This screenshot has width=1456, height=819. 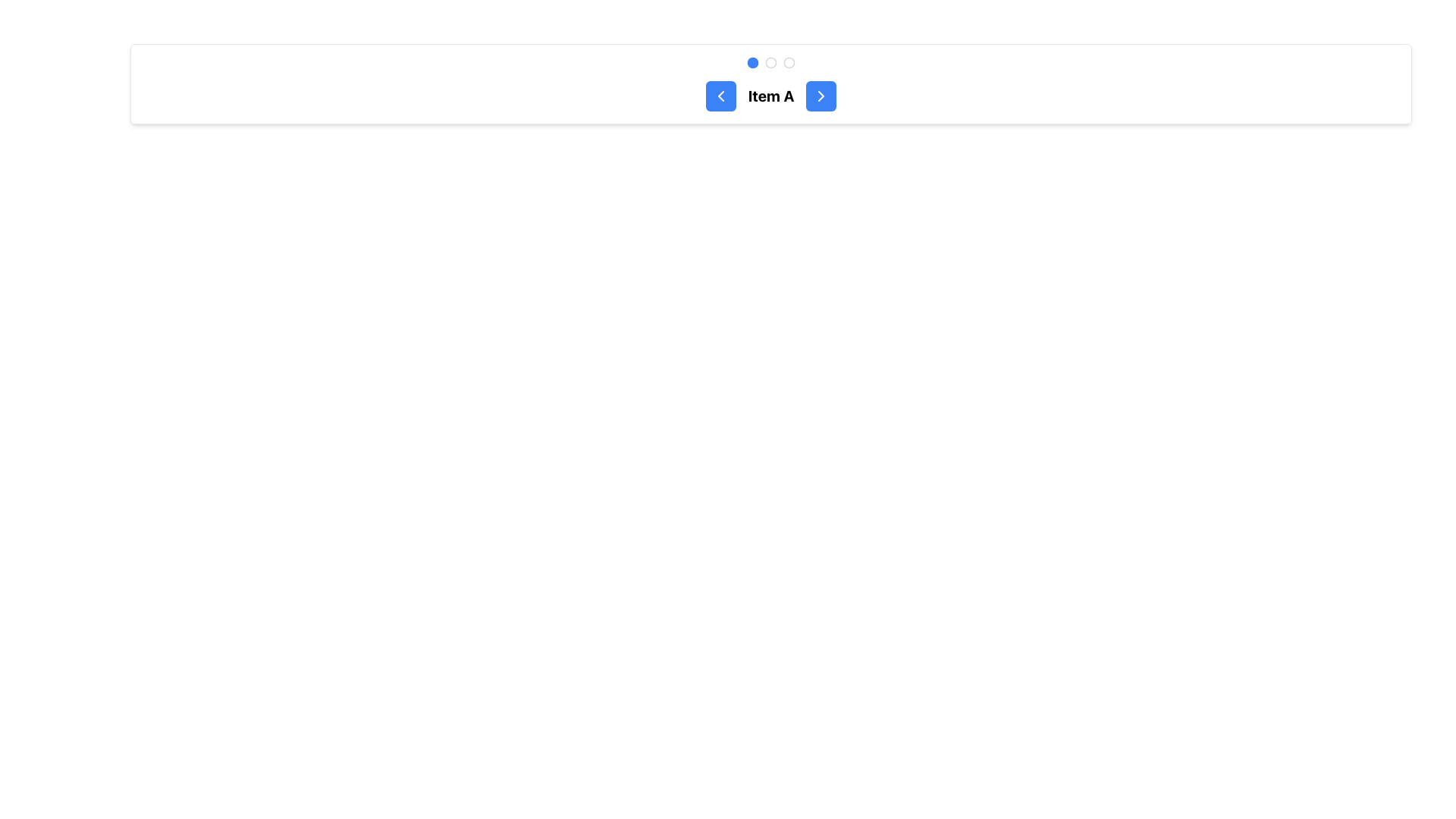 What do you see at coordinates (753, 62) in the screenshot?
I see `the first circular Selectable Indicator above 'Item A'` at bounding box center [753, 62].